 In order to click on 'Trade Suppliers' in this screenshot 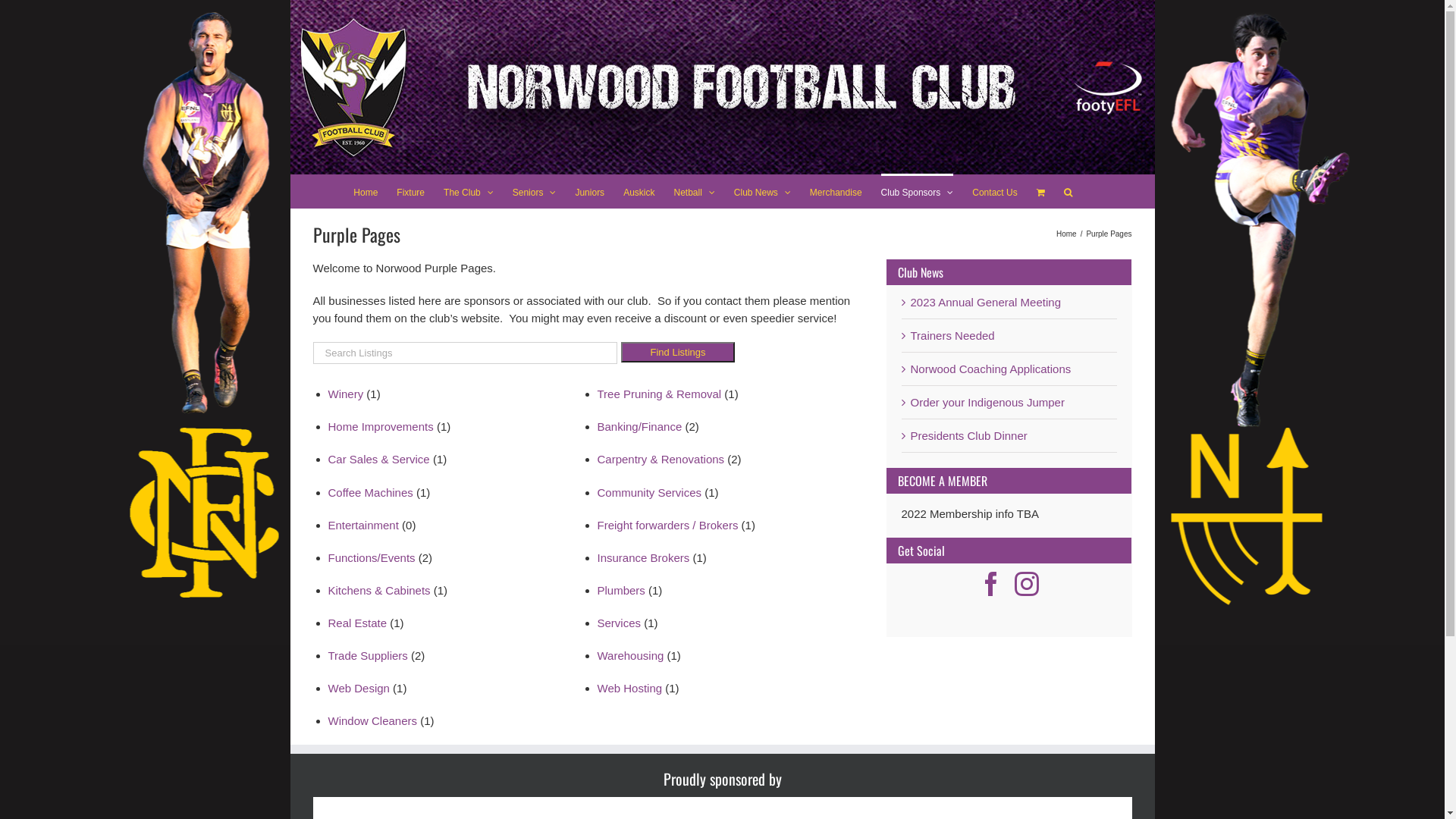, I will do `click(367, 654)`.